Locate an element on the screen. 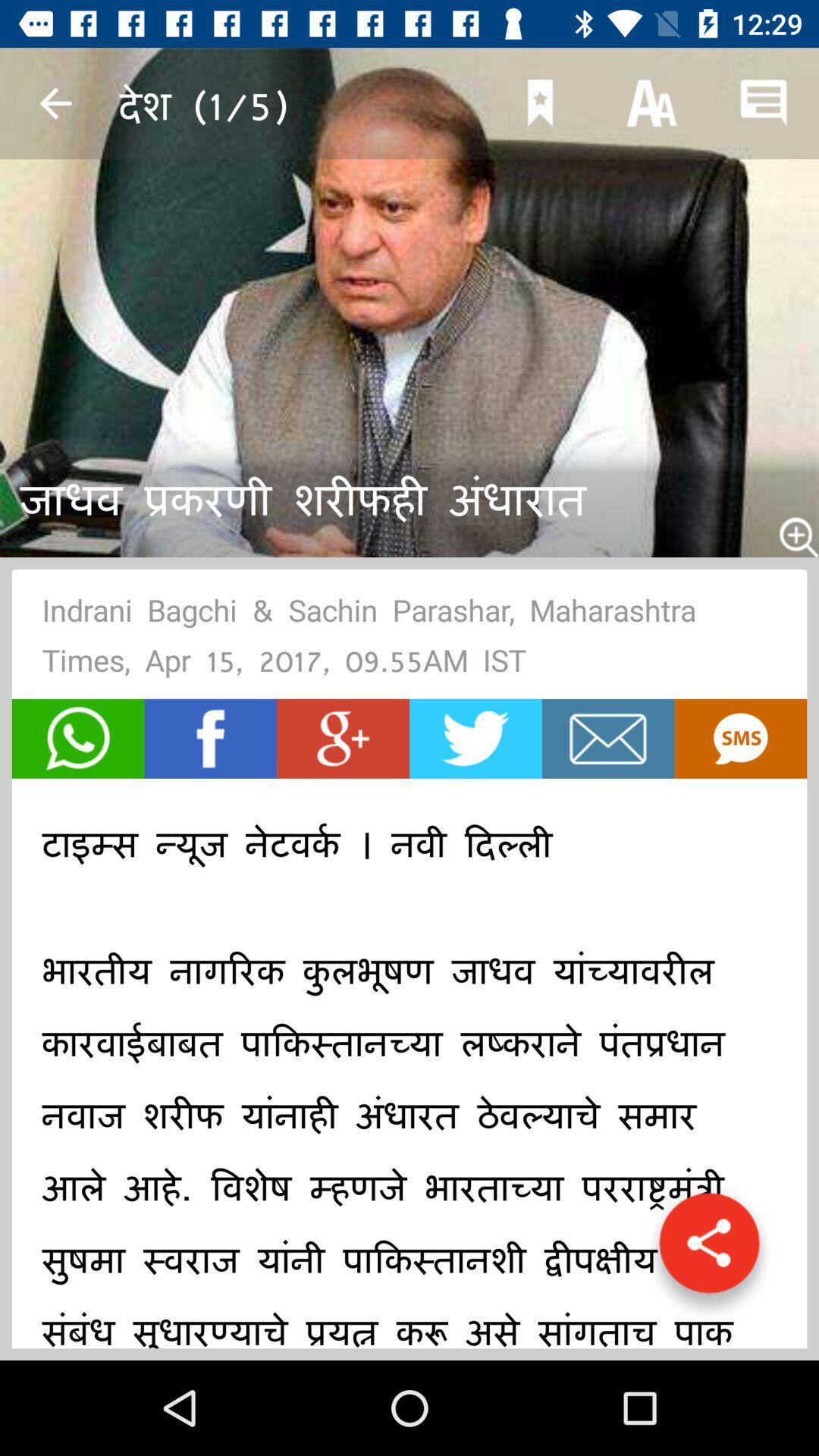 The height and width of the screenshot is (1456, 819). share the article is located at coordinates (709, 1250).